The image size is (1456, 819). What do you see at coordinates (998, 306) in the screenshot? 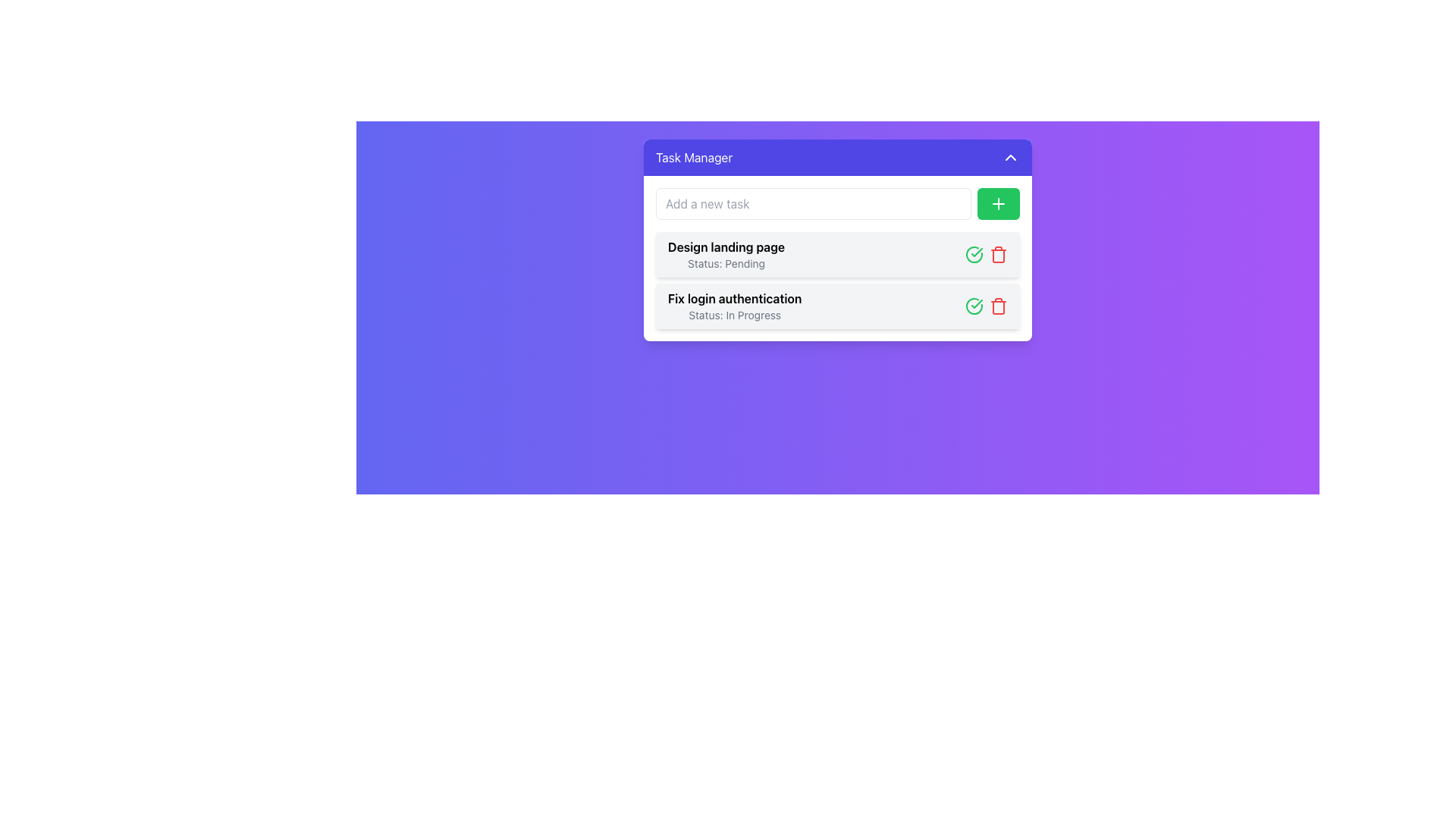
I see `the delete button located in the second task row of the task manager list, positioned to the right of the green checkmark icon` at bounding box center [998, 306].